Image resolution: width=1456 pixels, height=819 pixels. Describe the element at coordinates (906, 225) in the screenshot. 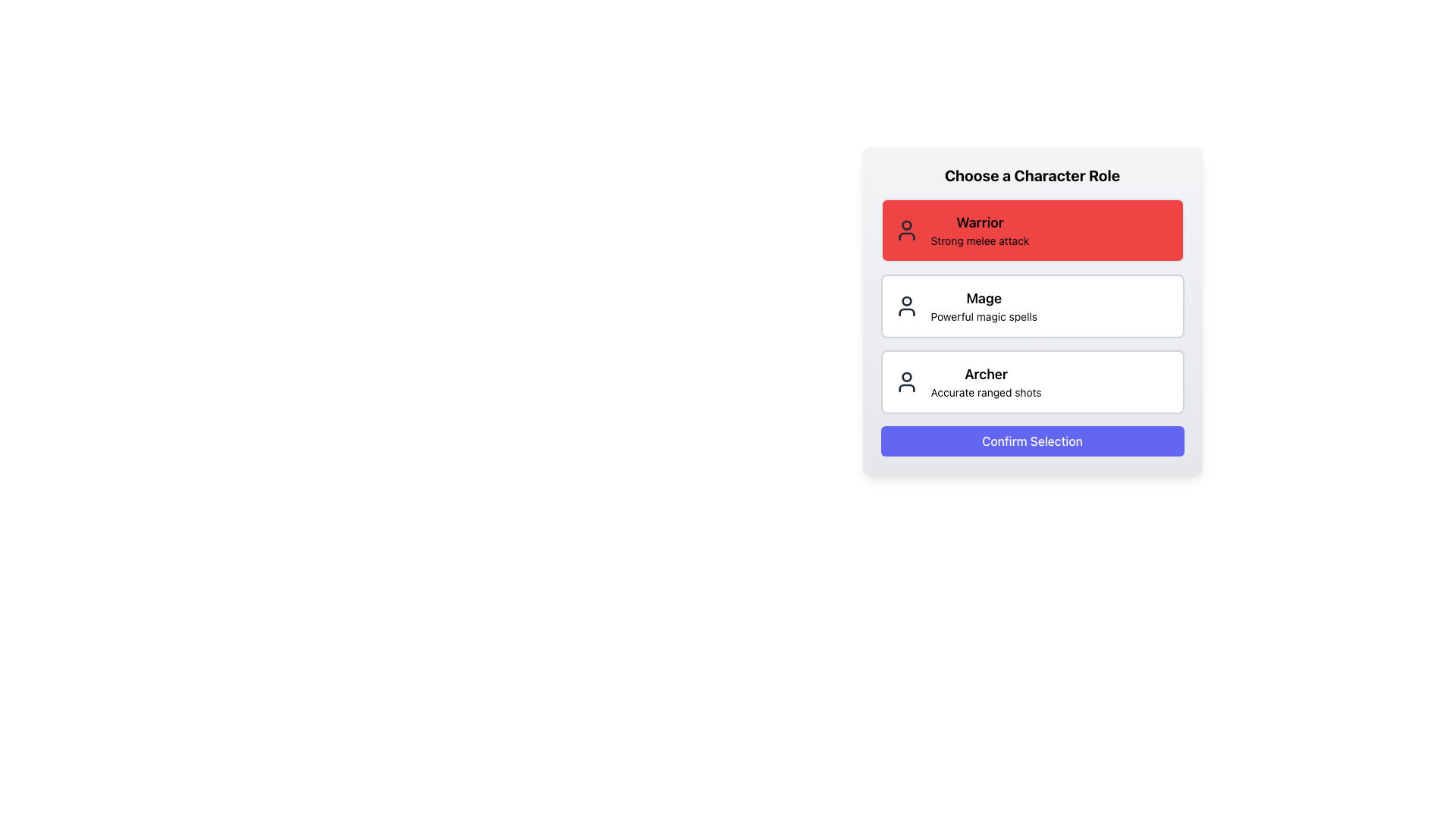

I see `circular SVG element representing the user icon for the 'Warrior' character role located in the character role selection interface` at that location.